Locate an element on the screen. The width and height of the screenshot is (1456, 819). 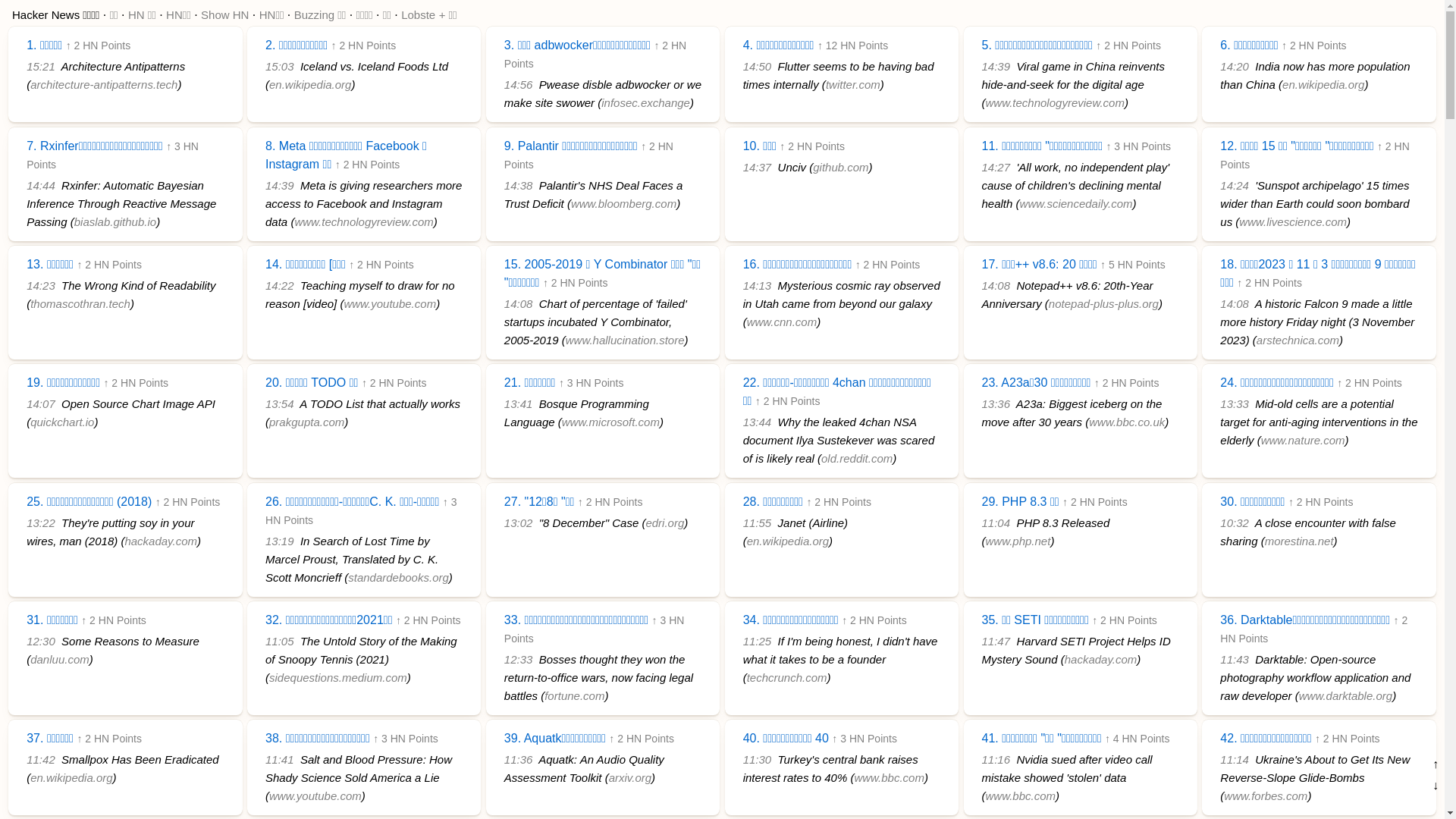
'www.bloomberg.com' is located at coordinates (623, 202).